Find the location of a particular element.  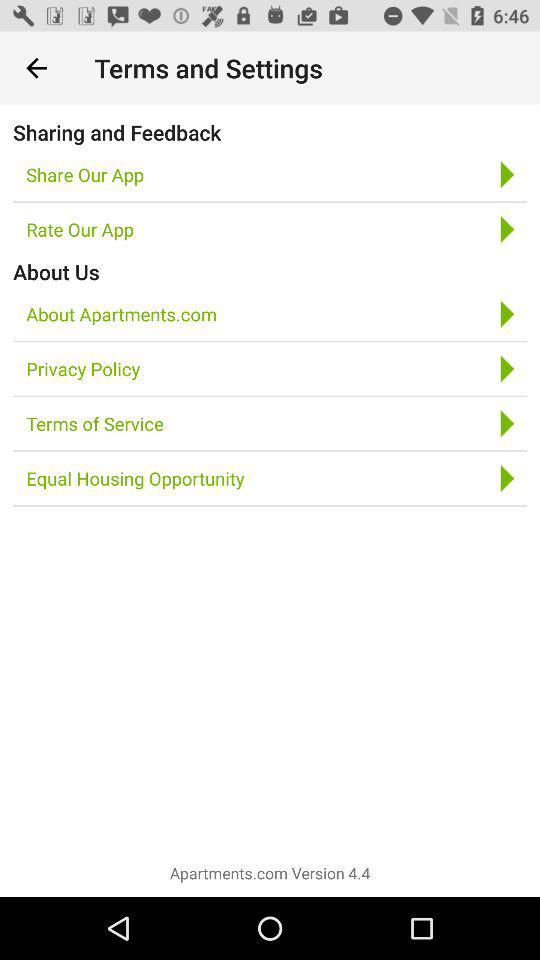

icon above share our app is located at coordinates (117, 131).